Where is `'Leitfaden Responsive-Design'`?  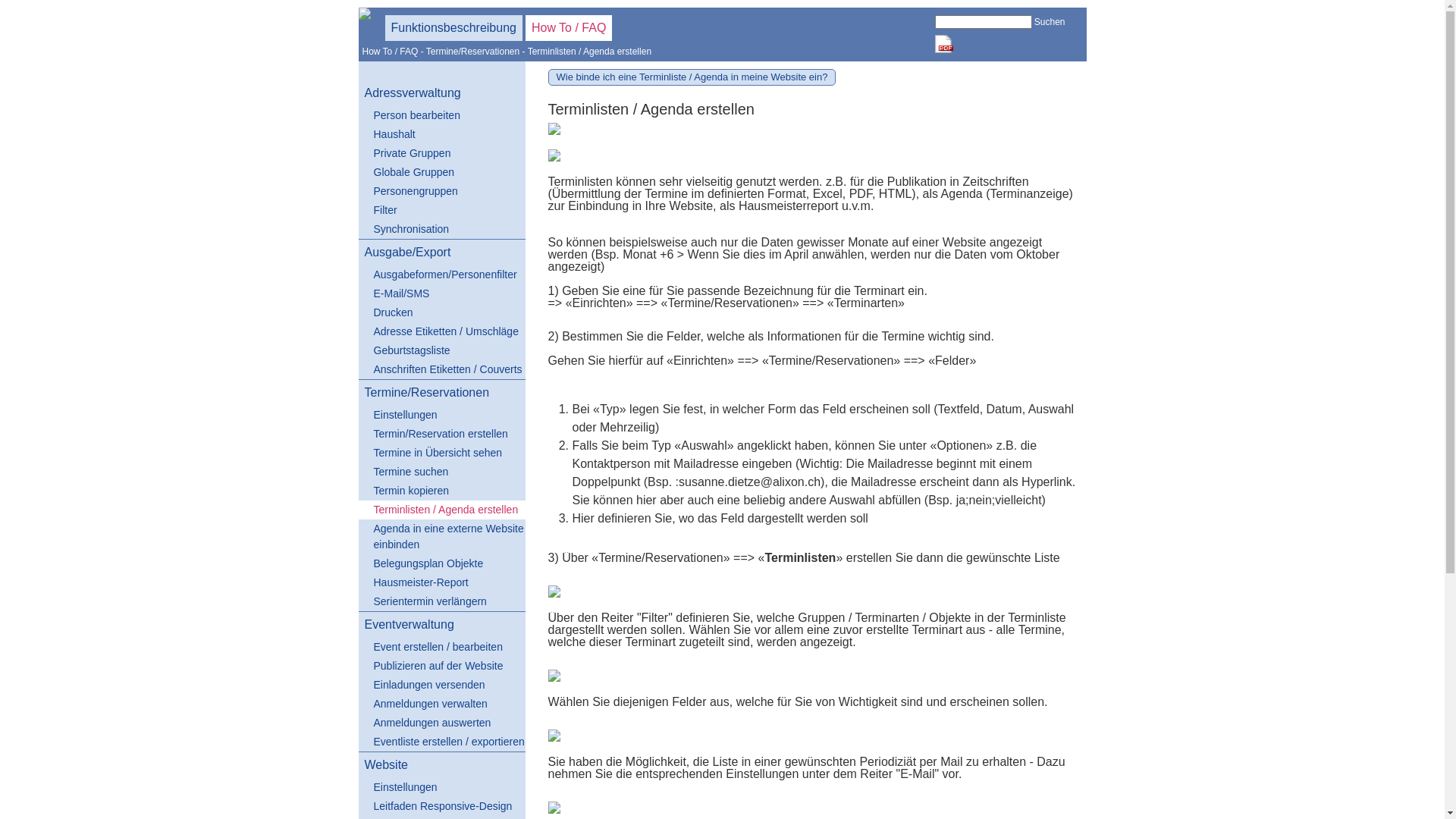 'Leitfaden Responsive-Design' is located at coordinates (440, 805).